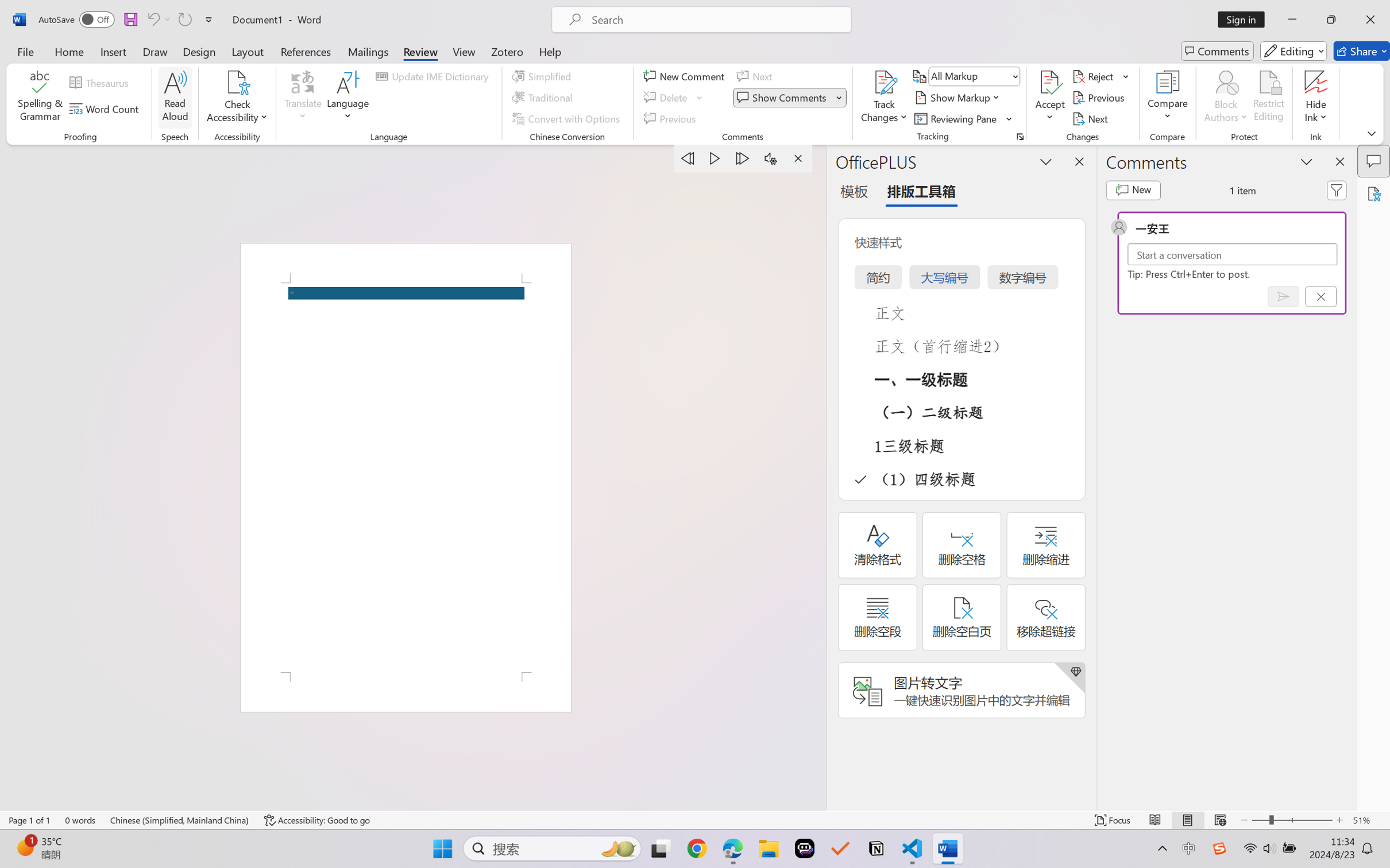 The height and width of the screenshot is (868, 1390). What do you see at coordinates (1049, 98) in the screenshot?
I see `'Accept'` at bounding box center [1049, 98].